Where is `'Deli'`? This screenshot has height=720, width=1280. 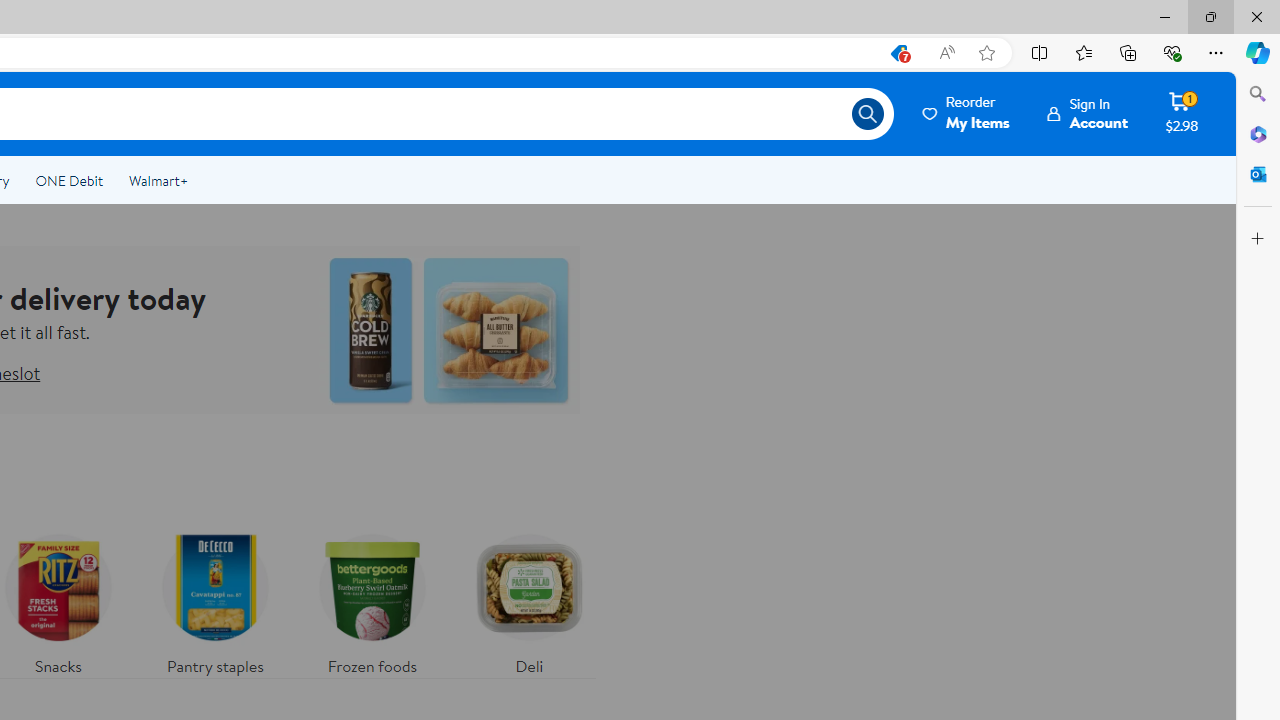
'Deli' is located at coordinates (529, 598).